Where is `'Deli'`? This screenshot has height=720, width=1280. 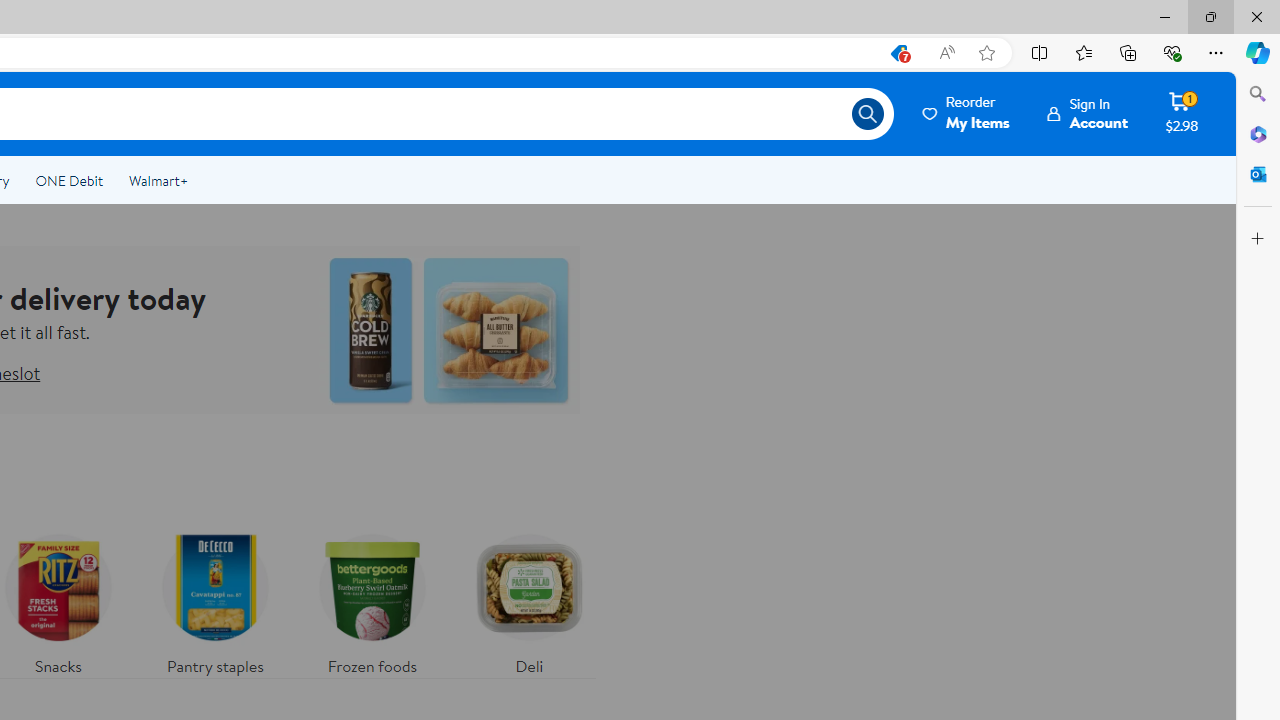
'Deli' is located at coordinates (529, 598).